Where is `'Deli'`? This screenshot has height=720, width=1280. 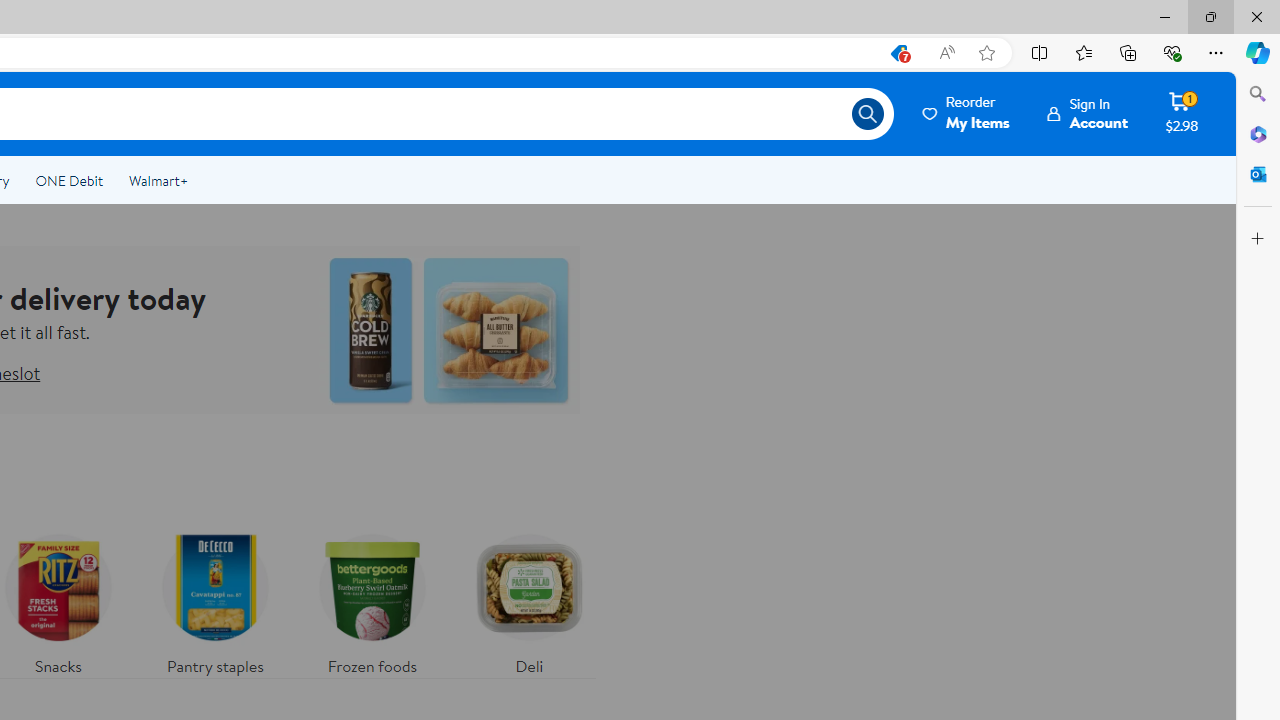
'Deli' is located at coordinates (529, 598).